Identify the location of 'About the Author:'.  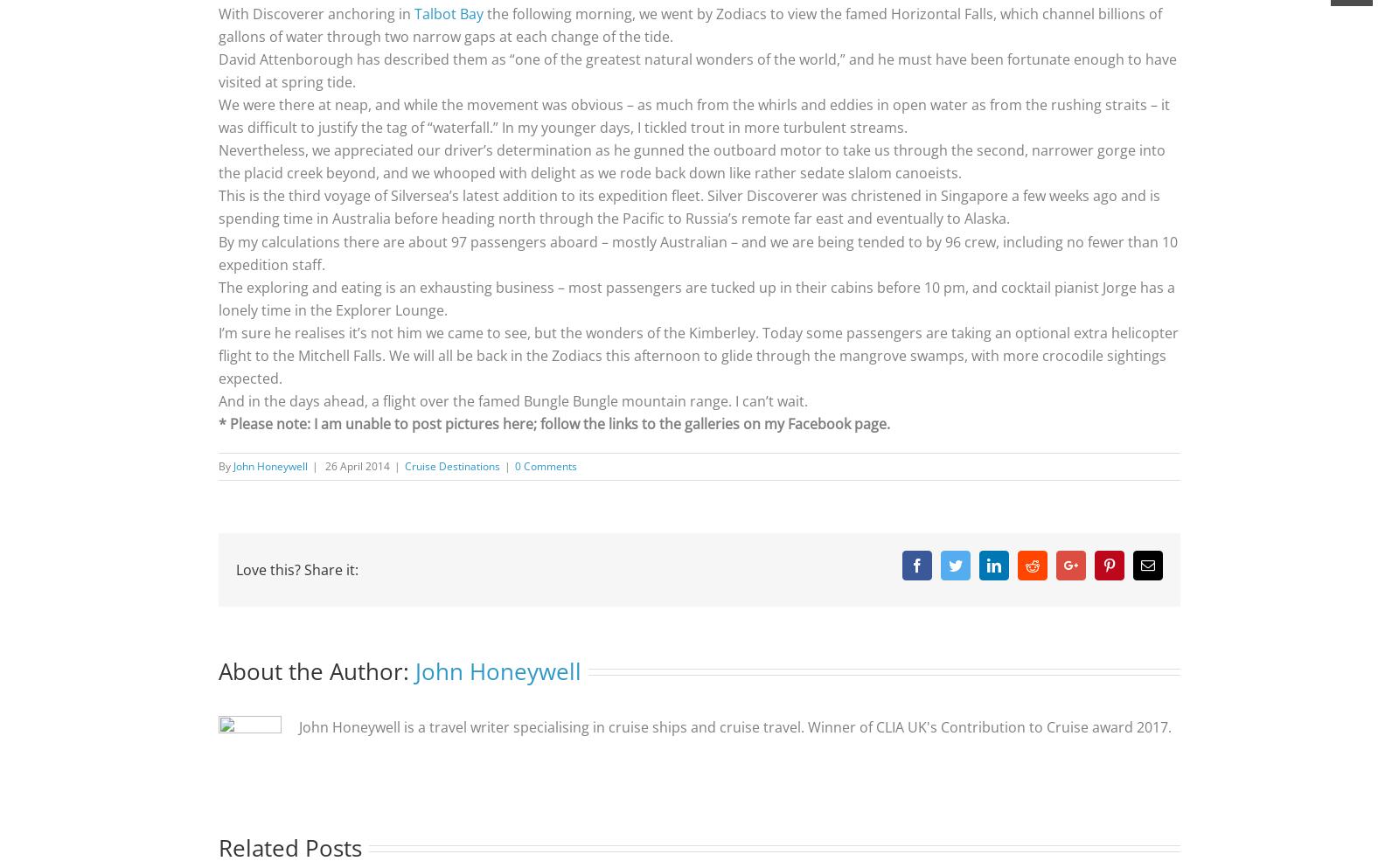
(317, 669).